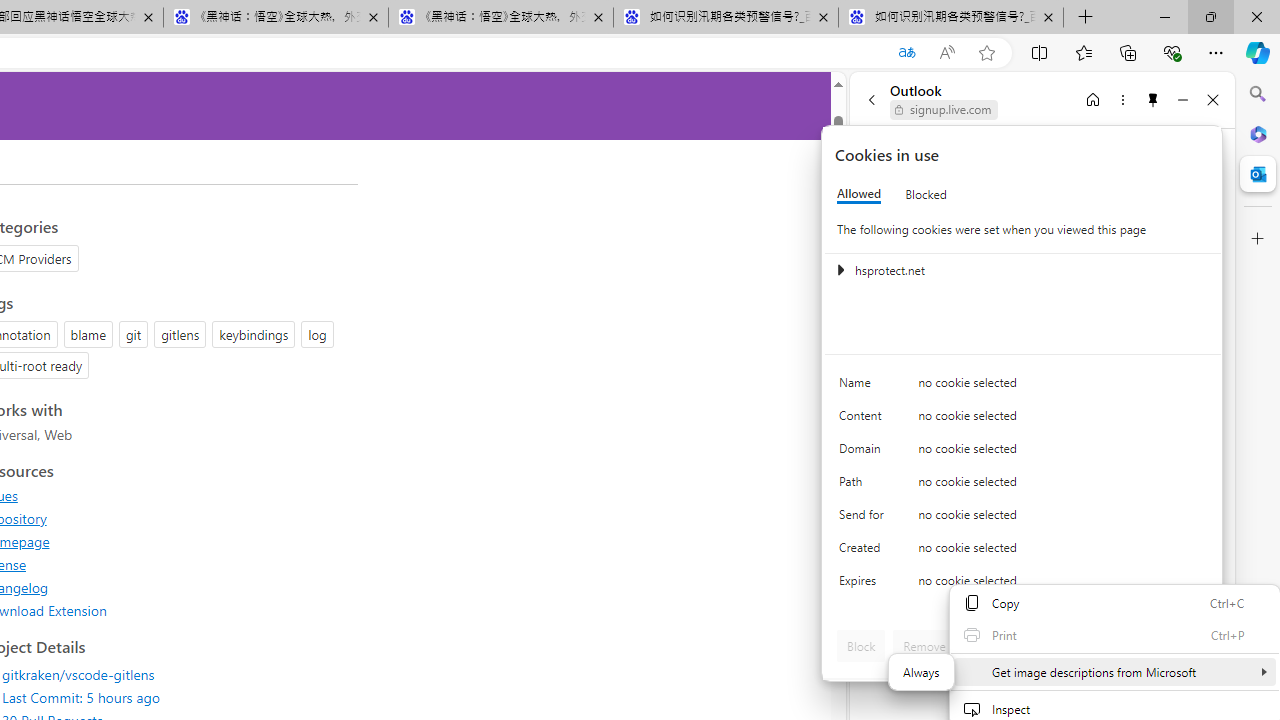 The image size is (1280, 720). What do you see at coordinates (923, 645) in the screenshot?
I see `'Remove'` at bounding box center [923, 645].